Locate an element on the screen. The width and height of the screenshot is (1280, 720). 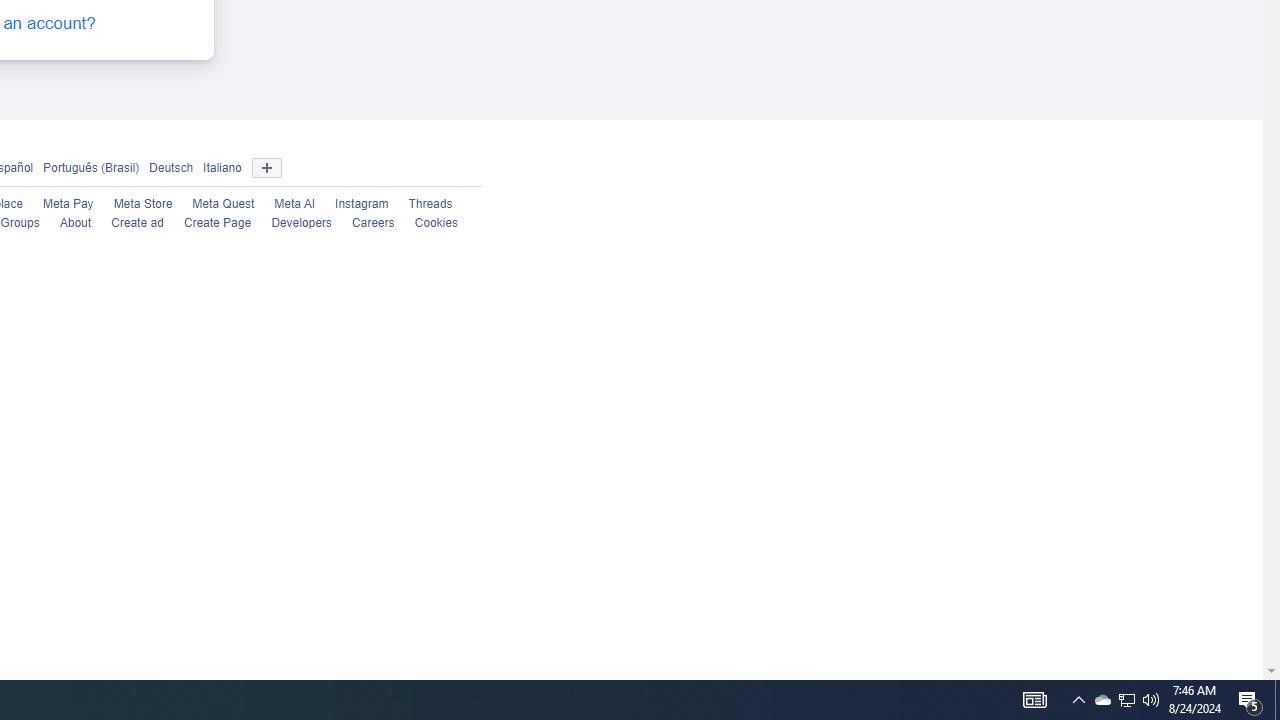
'Cookies' is located at coordinates (434, 223).